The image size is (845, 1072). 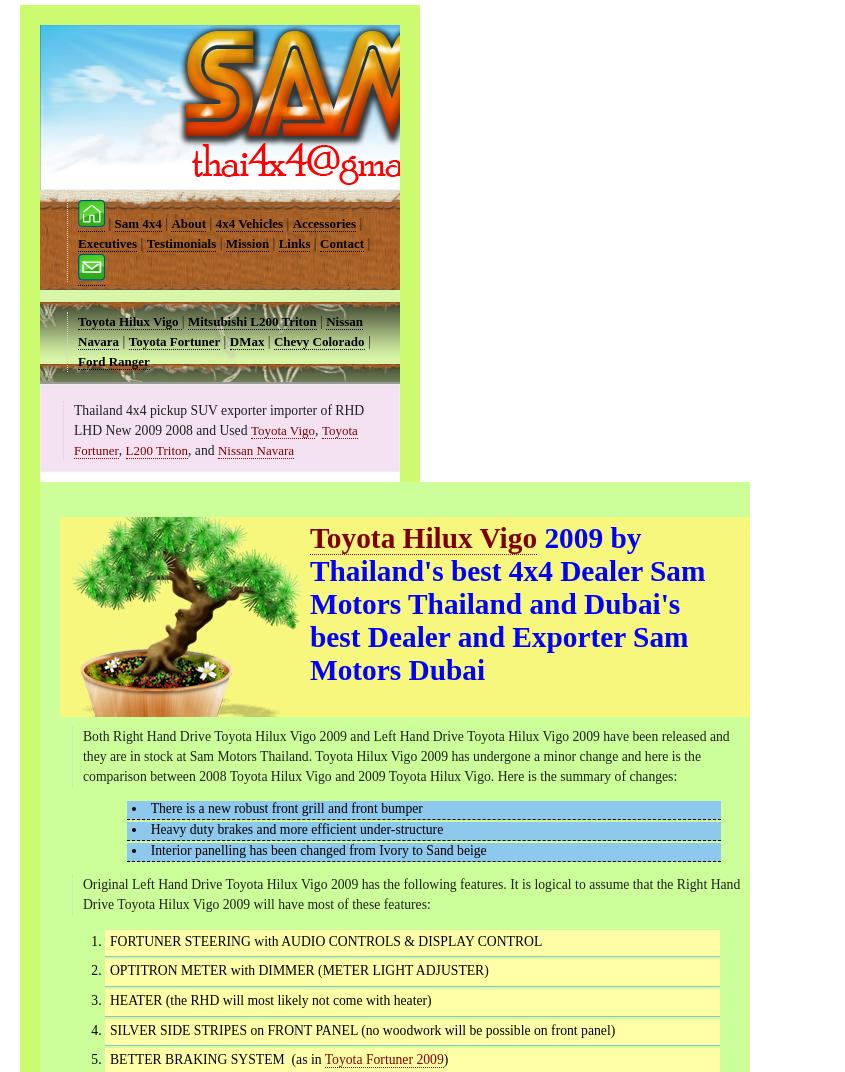 What do you see at coordinates (179, 243) in the screenshot?
I see `'Testimonials'` at bounding box center [179, 243].